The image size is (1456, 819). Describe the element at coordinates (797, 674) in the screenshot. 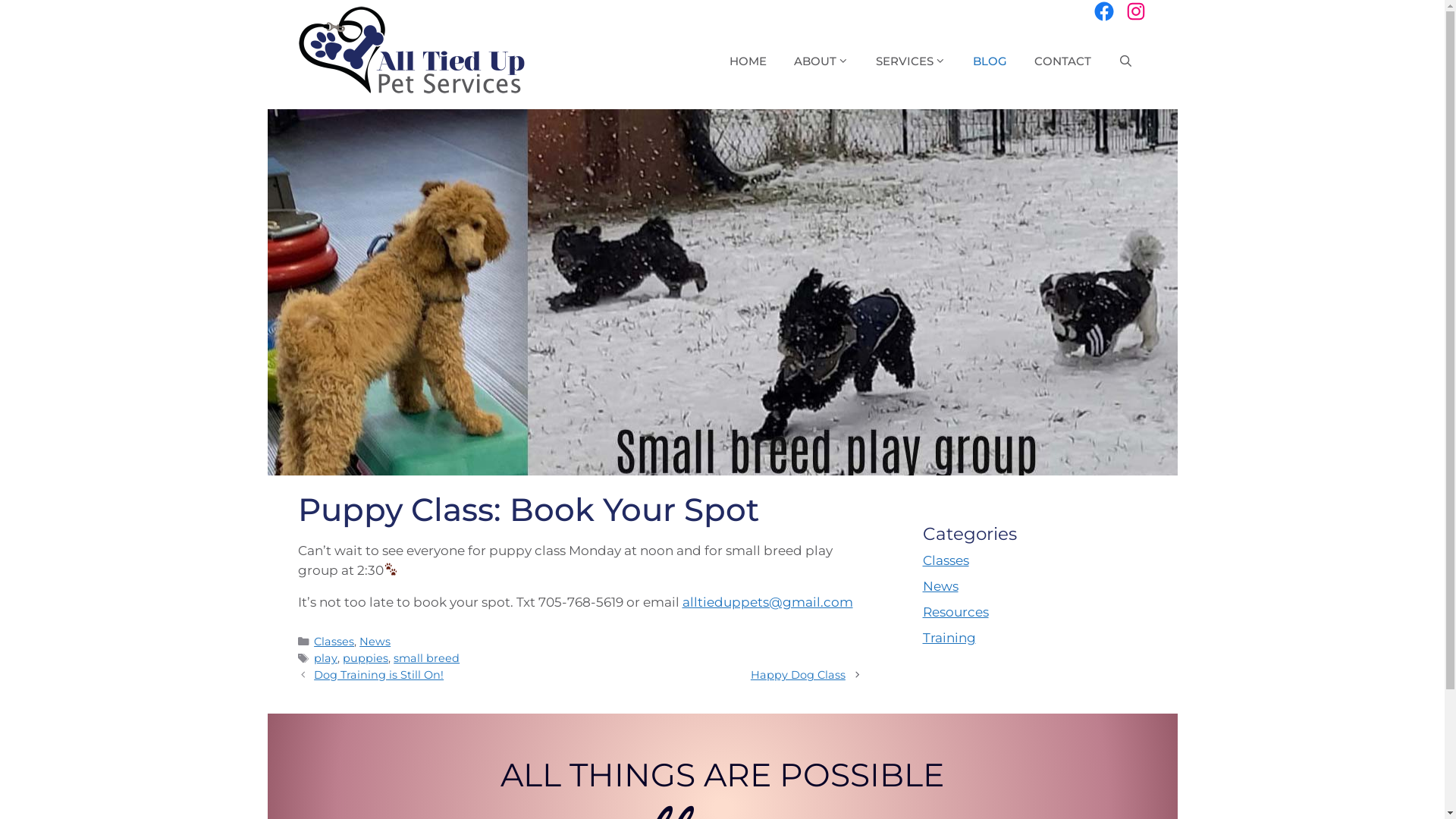

I see `'Happy Dog Class'` at that location.